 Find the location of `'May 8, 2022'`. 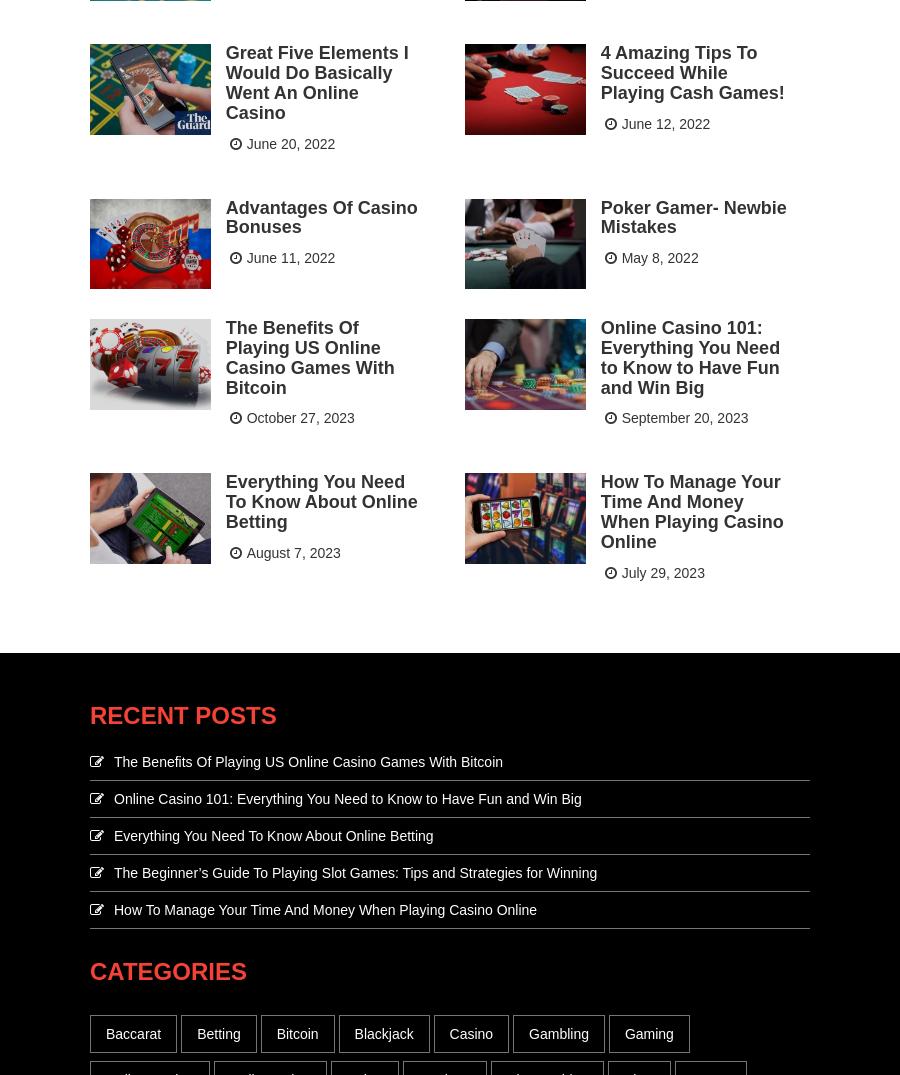

'May 8, 2022' is located at coordinates (621, 257).